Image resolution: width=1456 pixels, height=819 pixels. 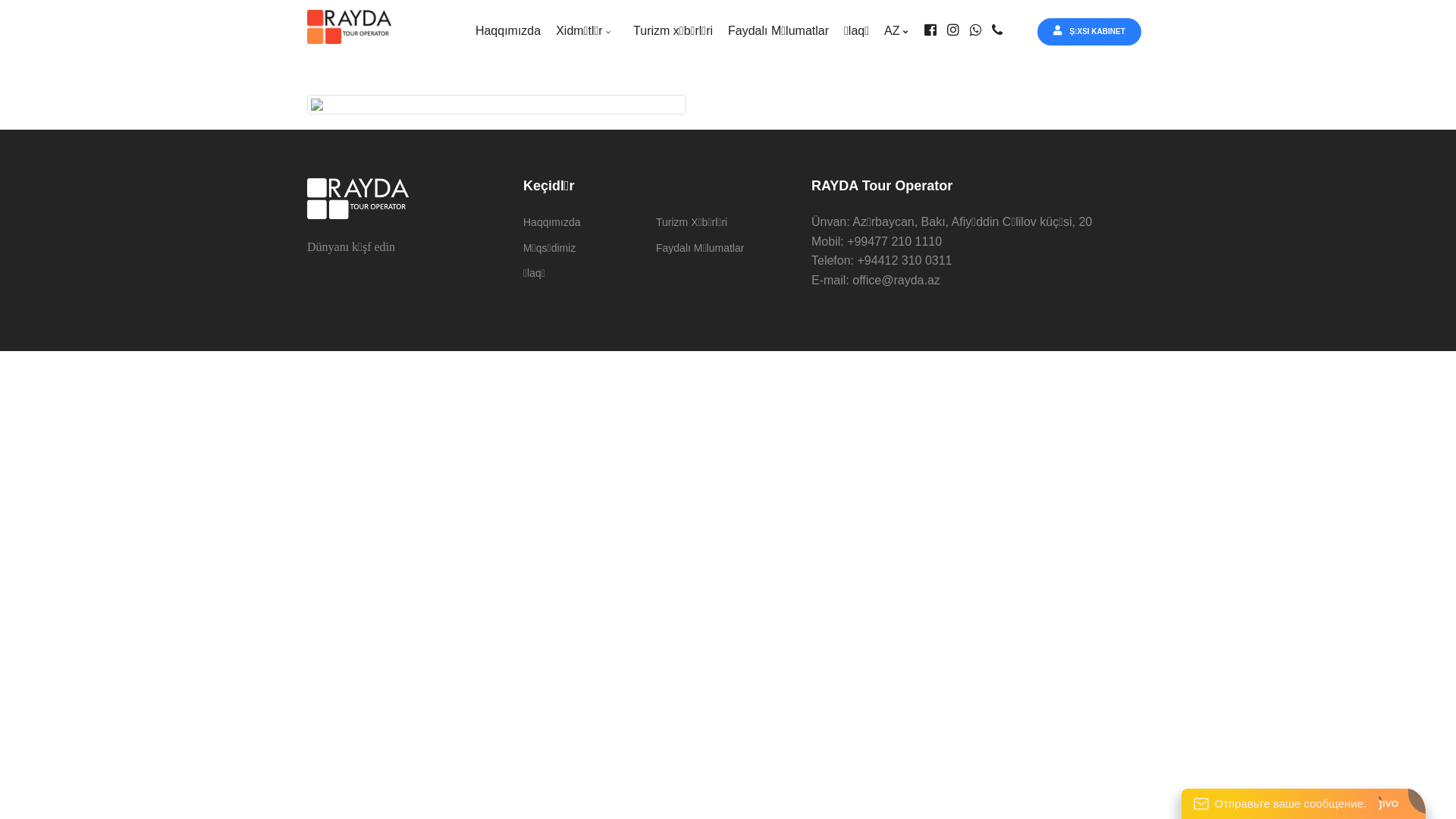 I want to click on 'Whatsapp', so click(x=968, y=30).